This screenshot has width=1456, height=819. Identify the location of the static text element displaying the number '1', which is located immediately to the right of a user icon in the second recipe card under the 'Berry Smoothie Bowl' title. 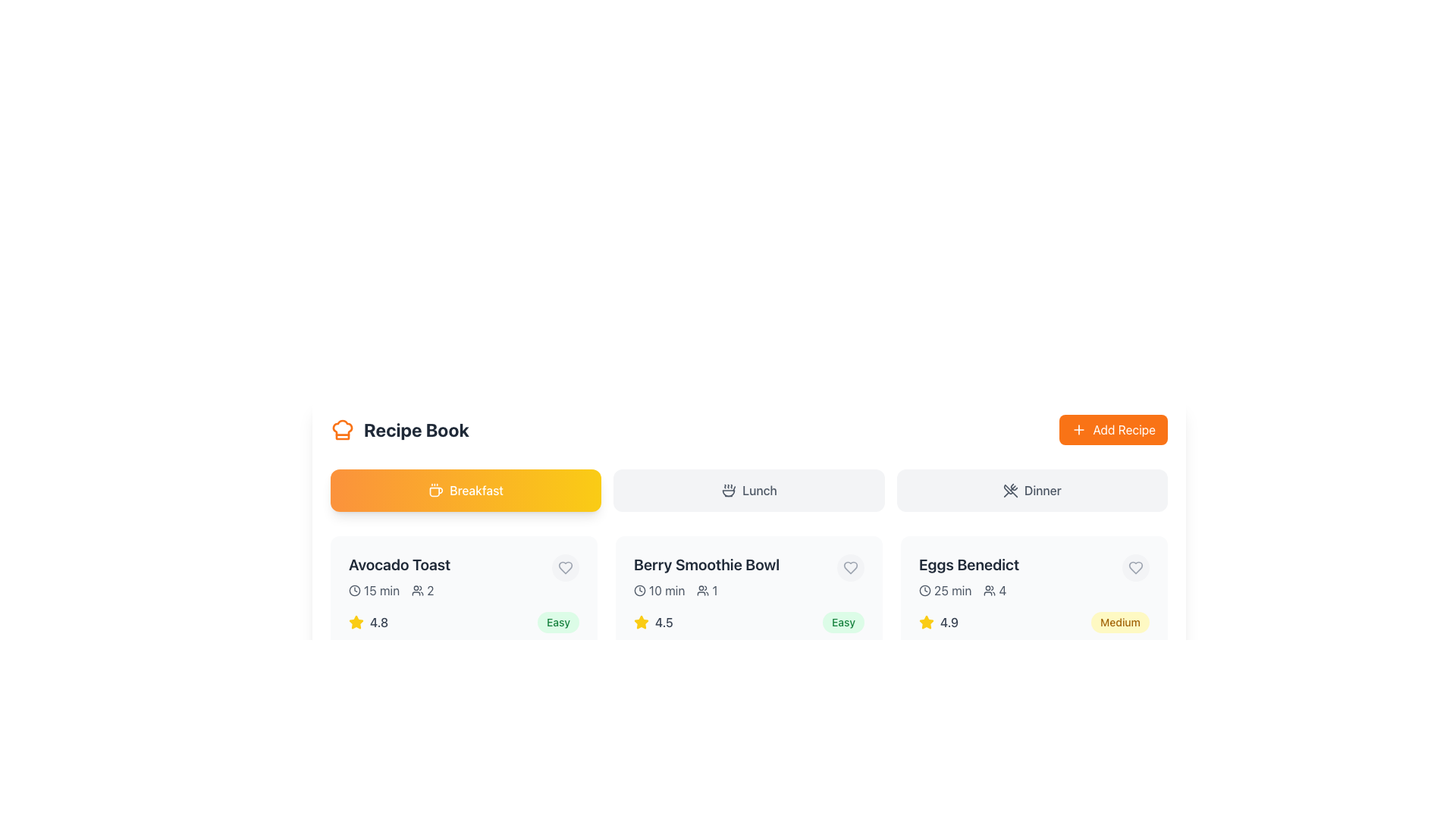
(714, 590).